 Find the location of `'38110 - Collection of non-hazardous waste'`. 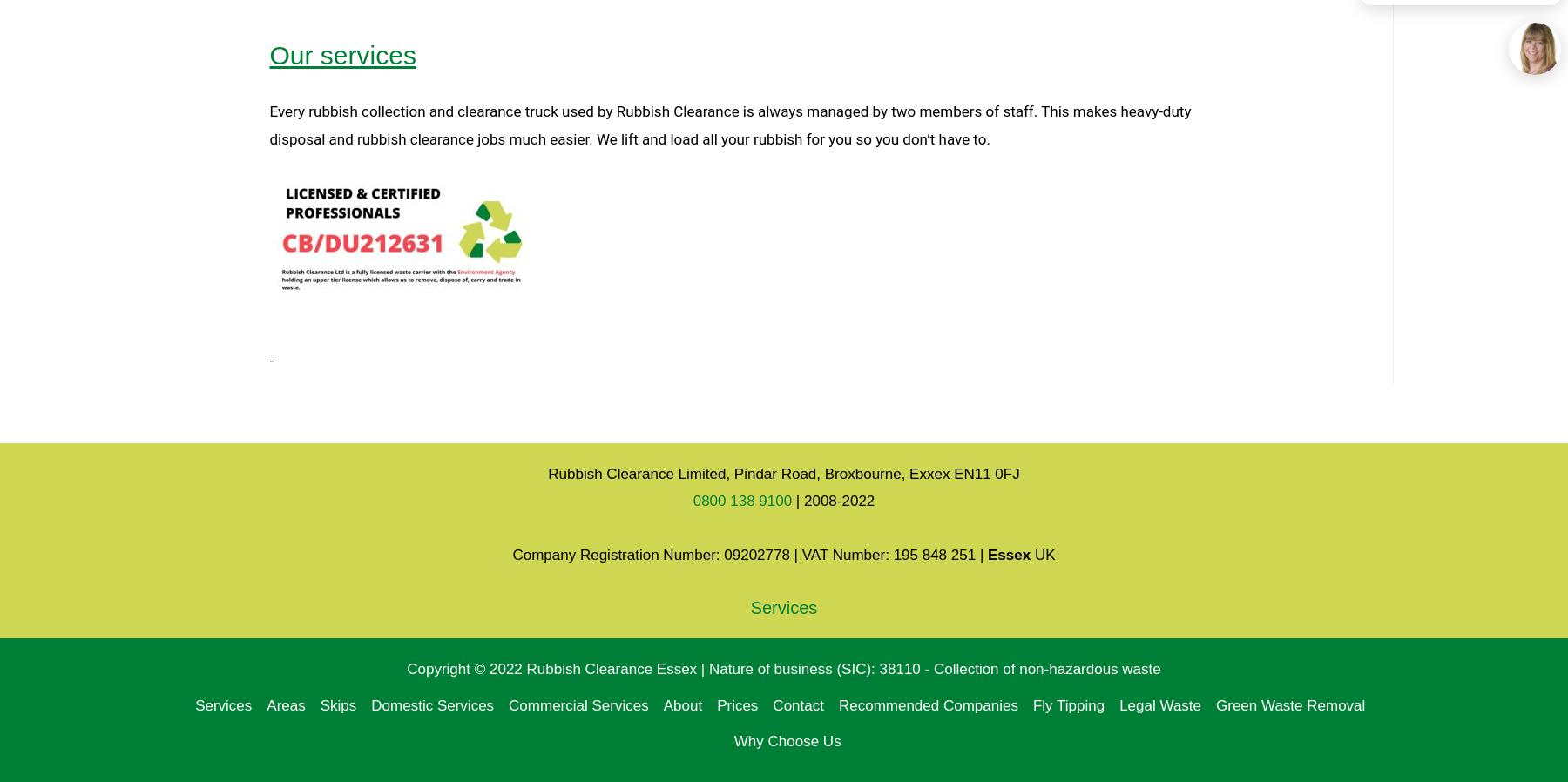

'38110 - Collection of non-hazardous waste' is located at coordinates (1018, 668).